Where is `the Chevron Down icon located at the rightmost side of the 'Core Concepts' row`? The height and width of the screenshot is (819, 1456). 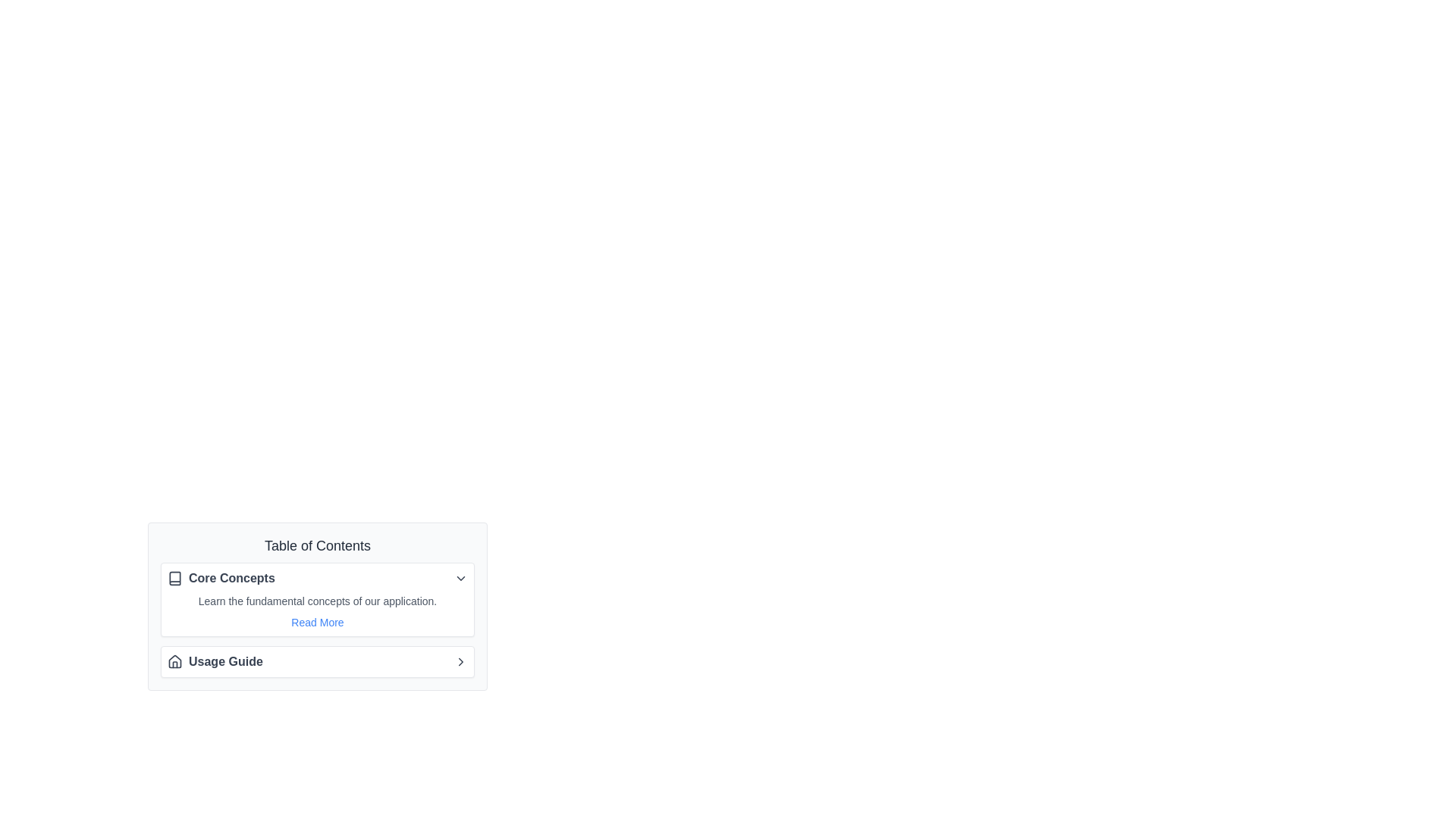
the Chevron Down icon located at the rightmost side of the 'Core Concepts' row is located at coordinates (460, 579).